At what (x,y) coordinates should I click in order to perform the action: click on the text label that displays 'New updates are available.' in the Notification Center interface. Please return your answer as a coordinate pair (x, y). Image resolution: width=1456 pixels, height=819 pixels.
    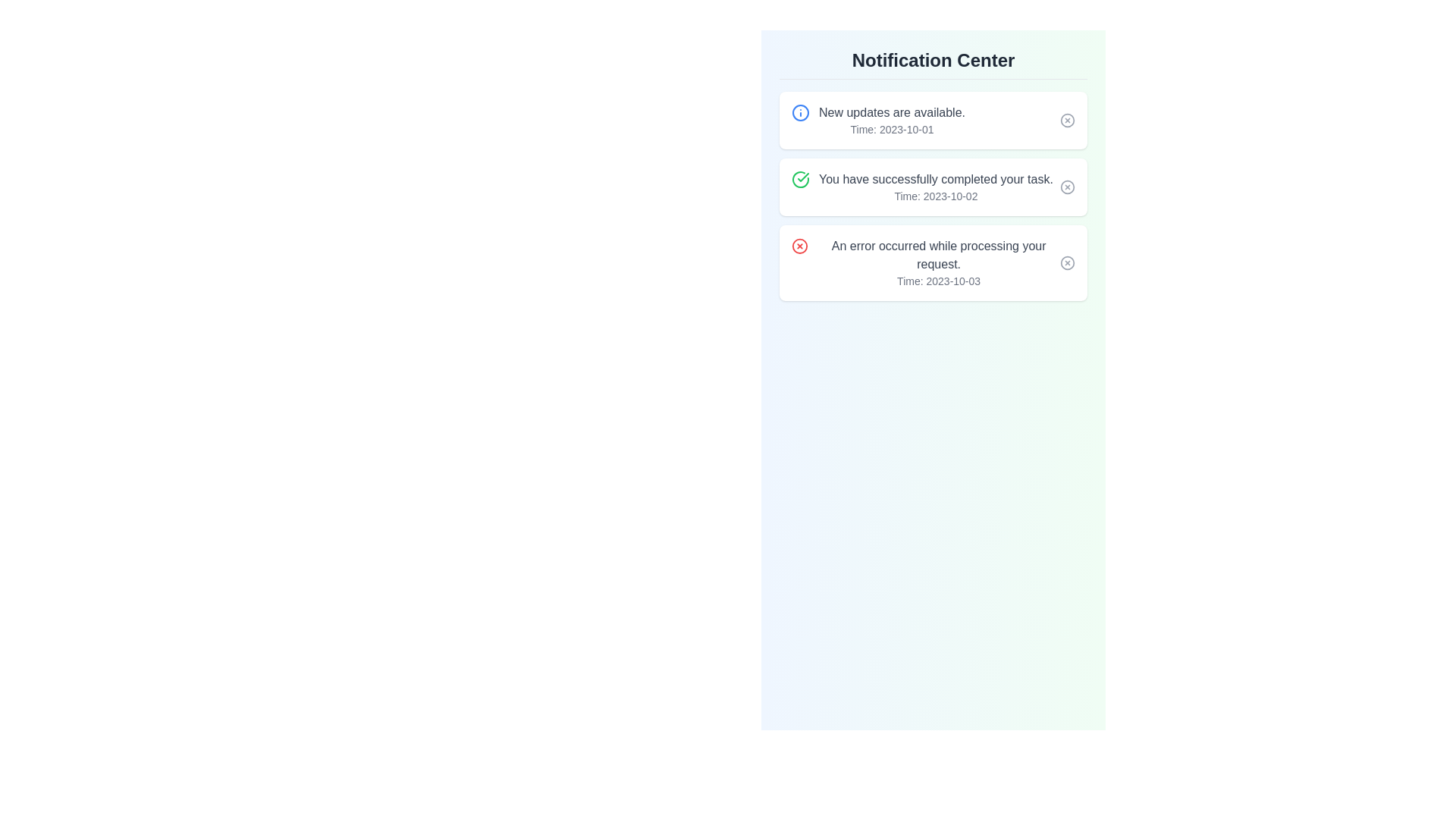
    Looking at the image, I should click on (892, 112).